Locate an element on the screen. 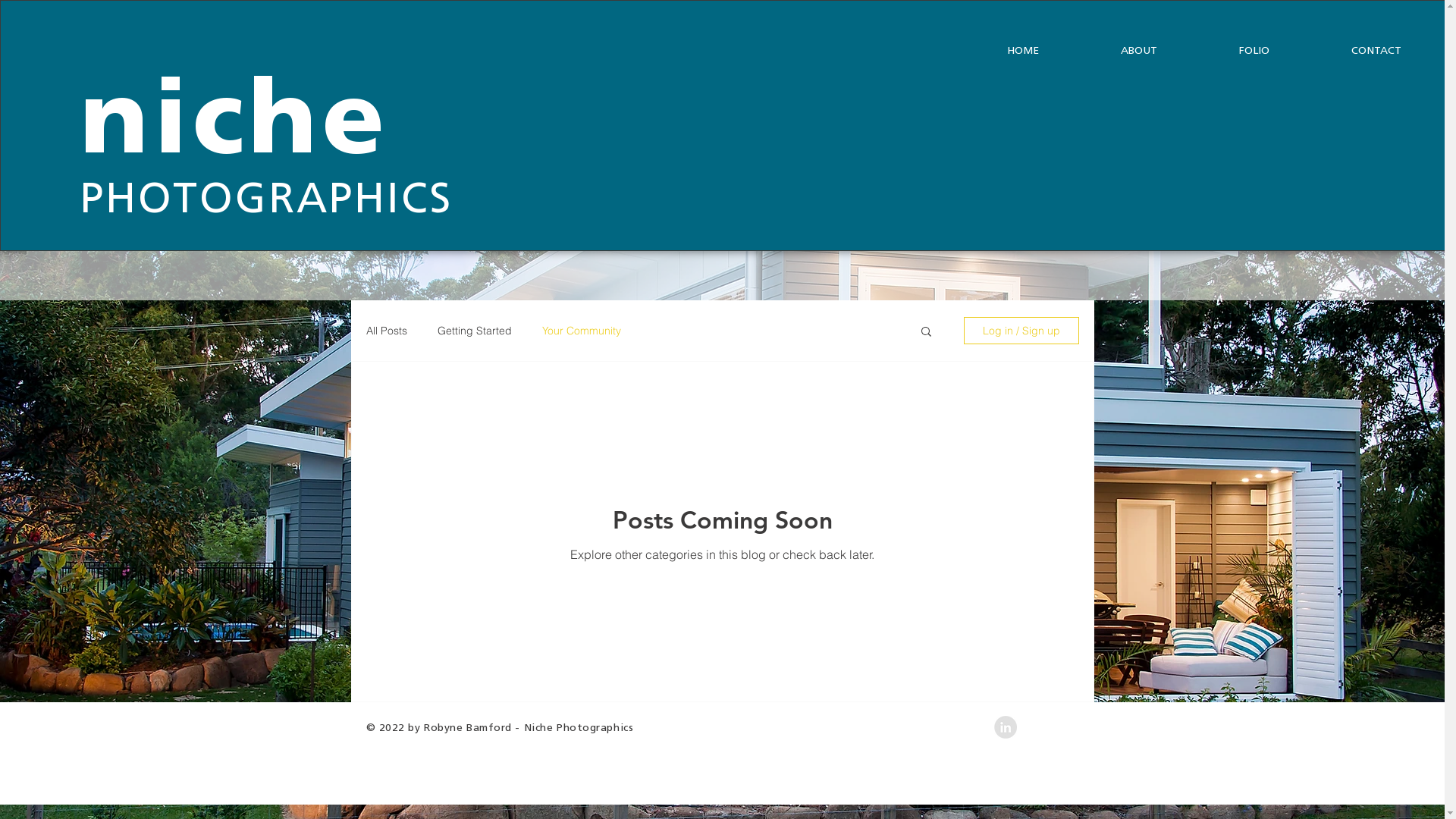  'FOLIO' is located at coordinates (1254, 49).